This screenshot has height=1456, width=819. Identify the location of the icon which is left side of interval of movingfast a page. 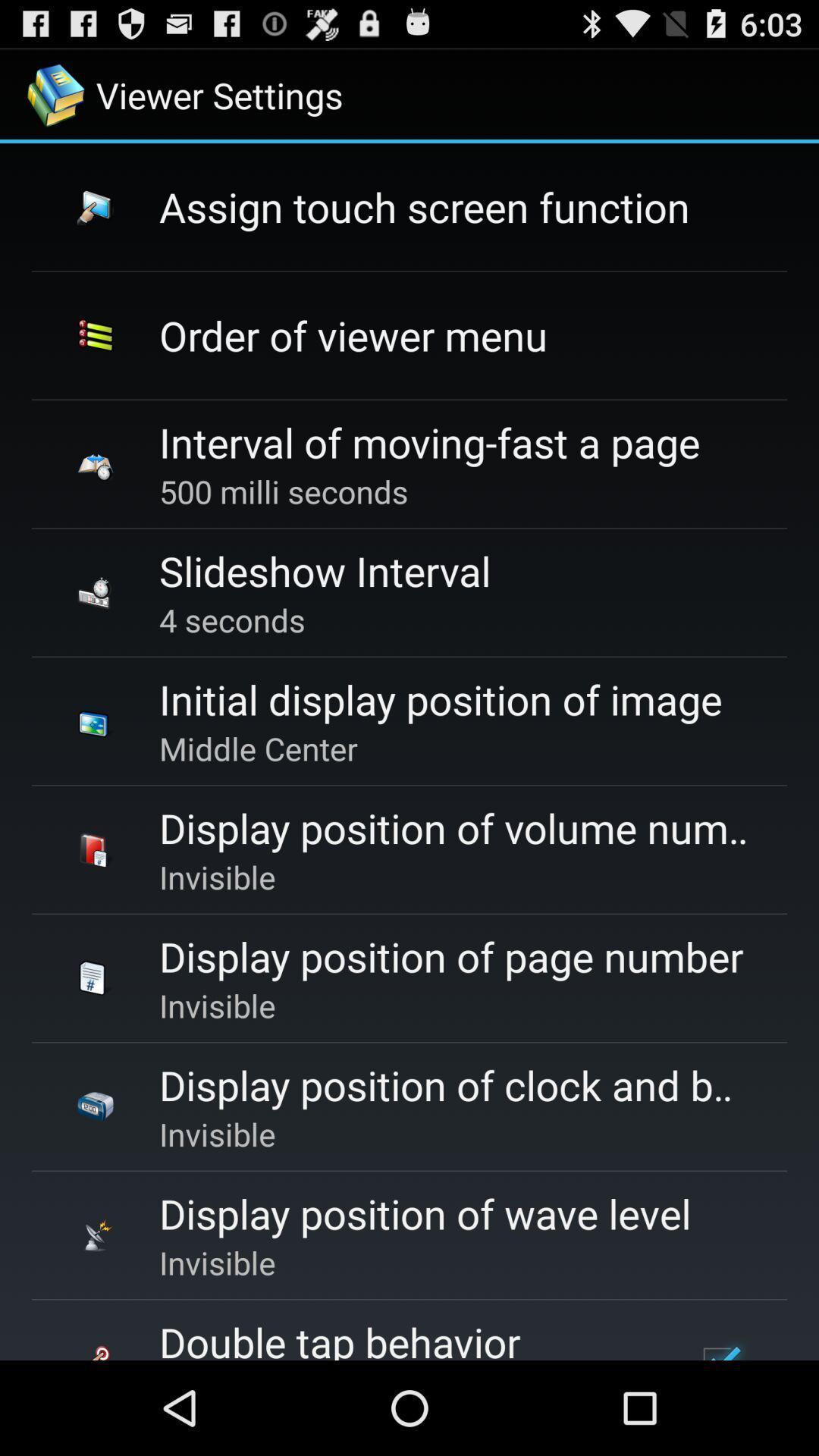
(96, 463).